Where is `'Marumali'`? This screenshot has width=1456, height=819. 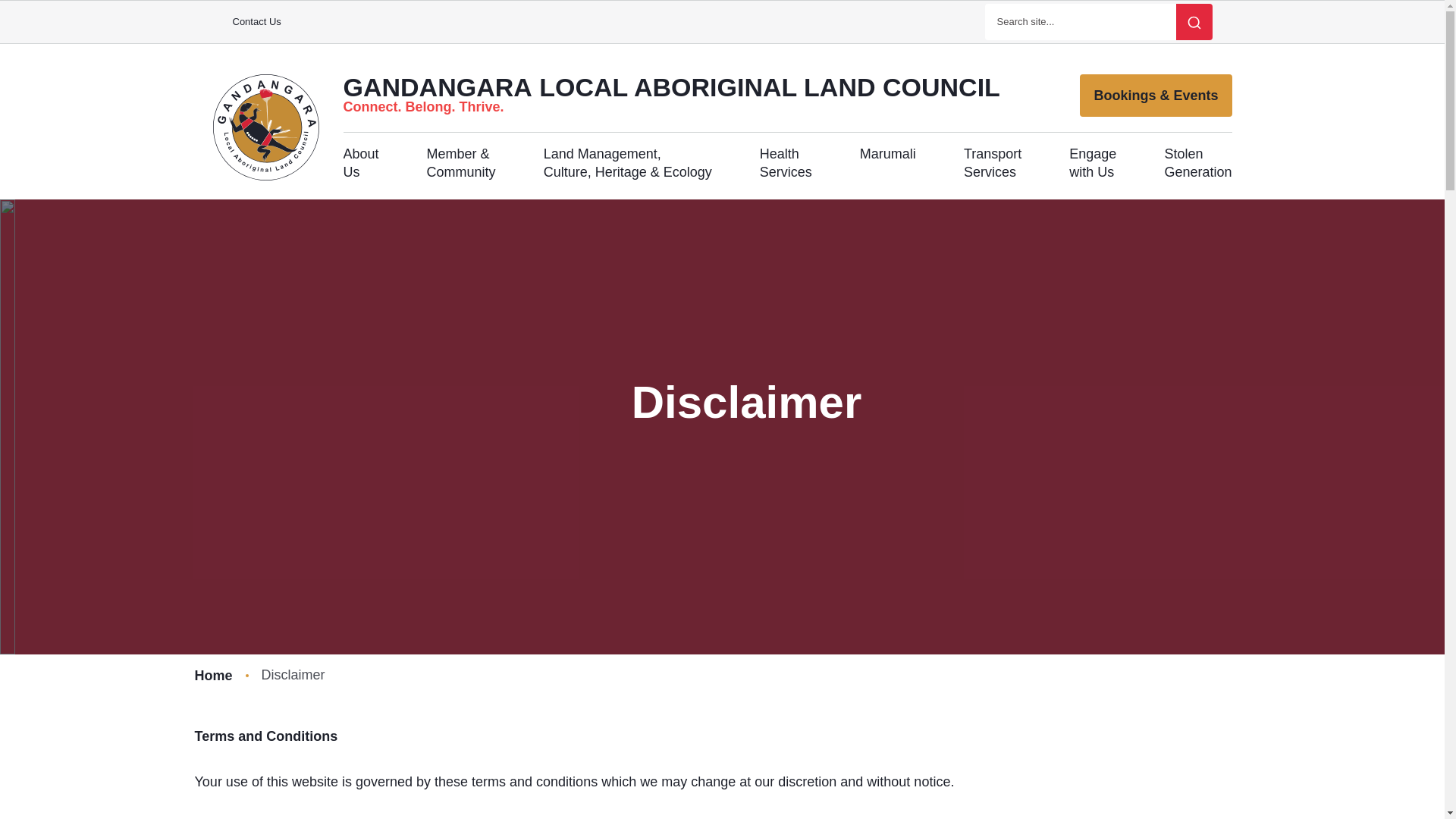 'Marumali' is located at coordinates (888, 163).